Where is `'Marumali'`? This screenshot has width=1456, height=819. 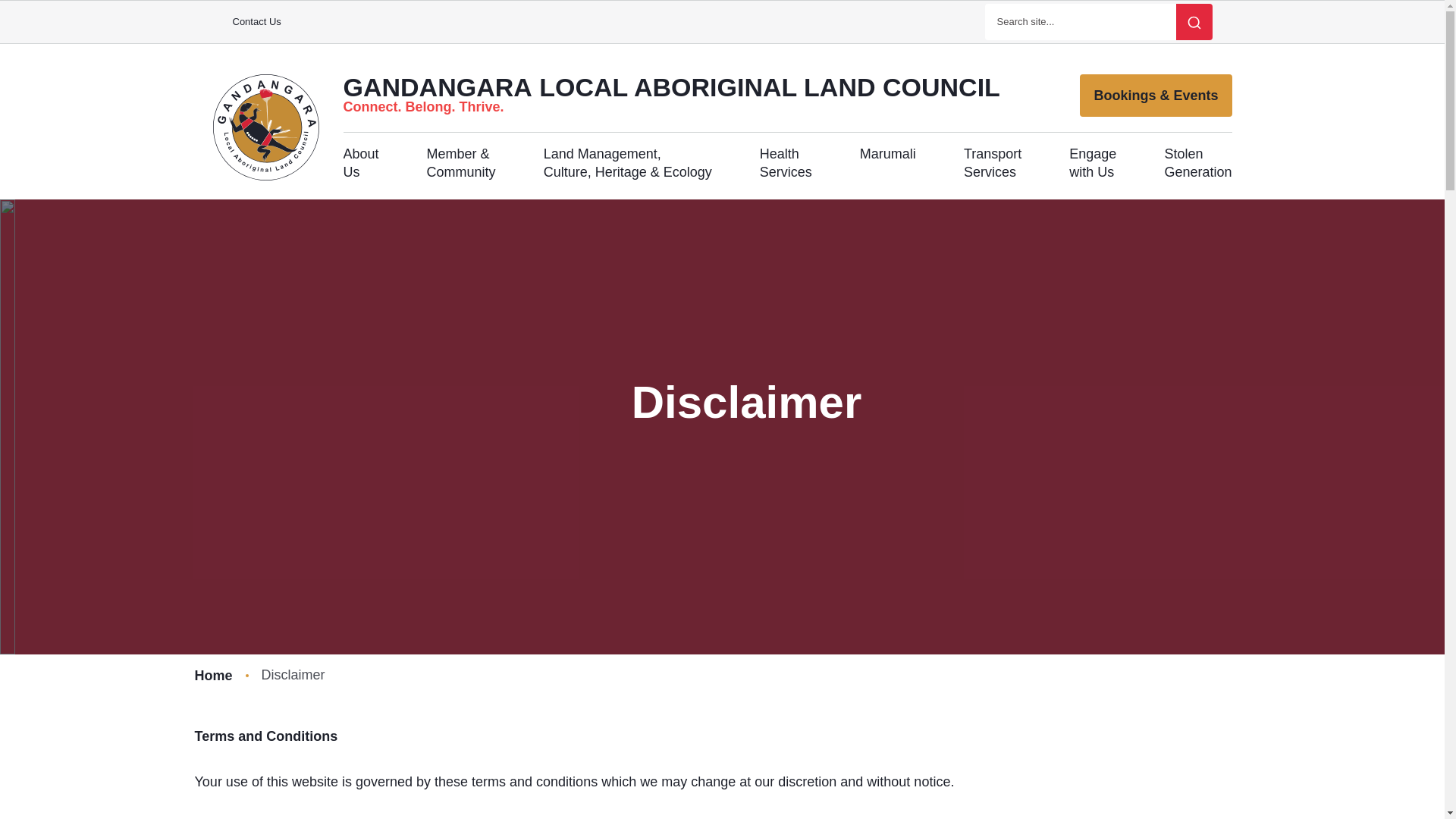 'Marumali' is located at coordinates (888, 163).